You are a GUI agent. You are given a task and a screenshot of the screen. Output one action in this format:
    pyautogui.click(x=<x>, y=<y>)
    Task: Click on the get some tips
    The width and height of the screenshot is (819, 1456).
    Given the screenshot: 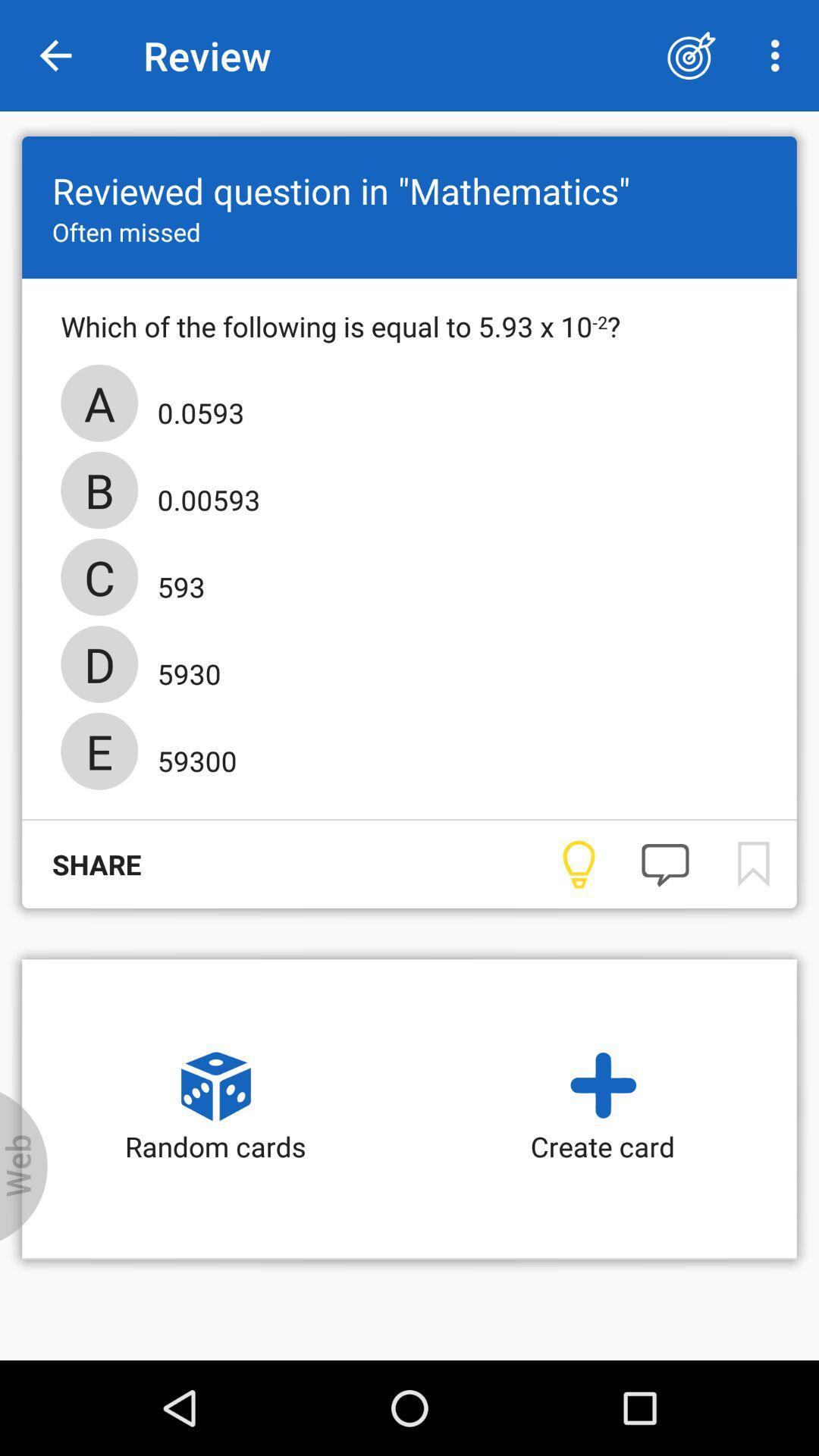 What is the action you would take?
    pyautogui.click(x=578, y=864)
    